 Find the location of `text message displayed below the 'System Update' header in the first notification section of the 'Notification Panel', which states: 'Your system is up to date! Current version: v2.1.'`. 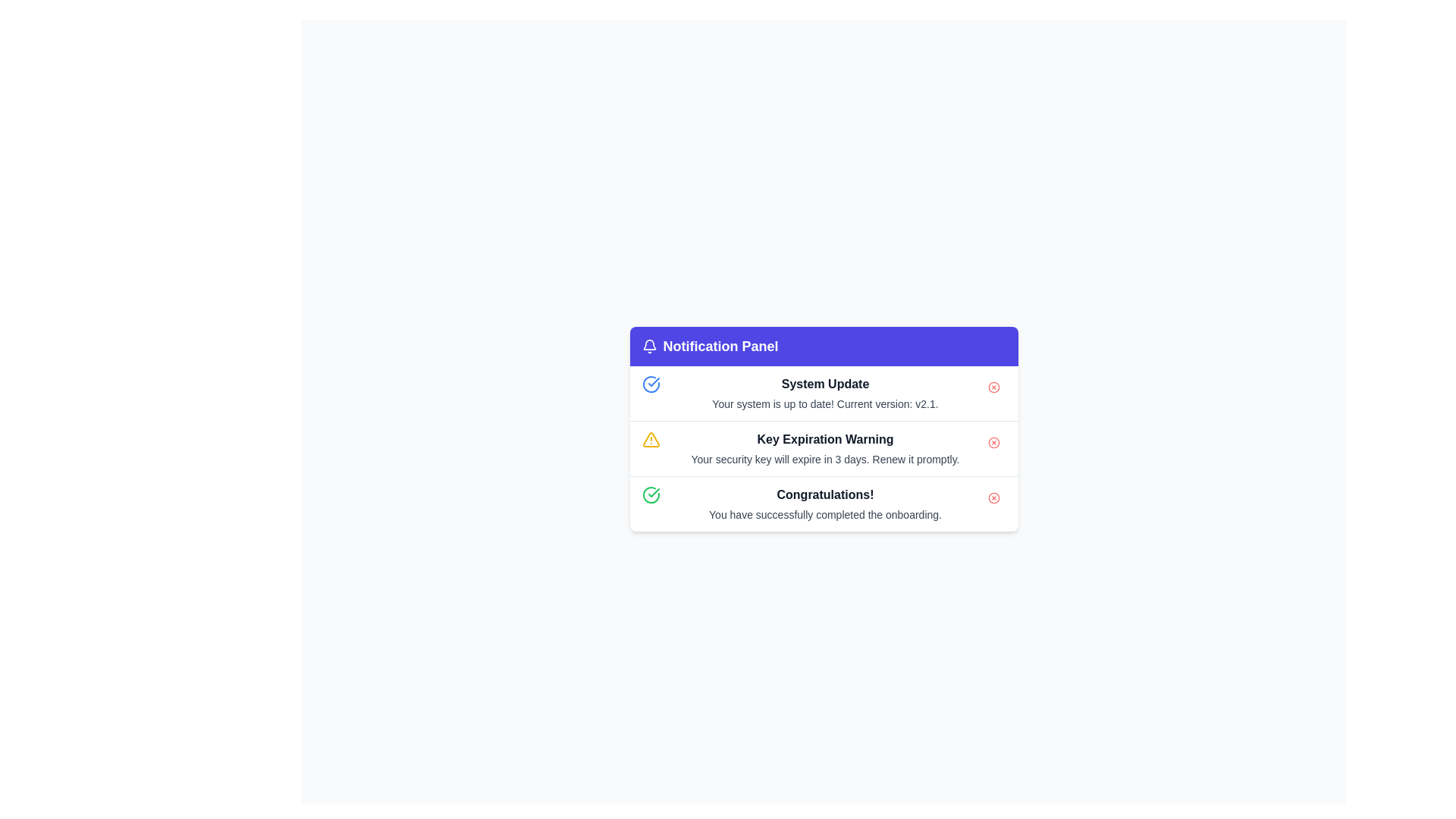

text message displayed below the 'System Update' header in the first notification section of the 'Notification Panel', which states: 'Your system is up to date! Current version: v2.1.' is located at coordinates (824, 403).